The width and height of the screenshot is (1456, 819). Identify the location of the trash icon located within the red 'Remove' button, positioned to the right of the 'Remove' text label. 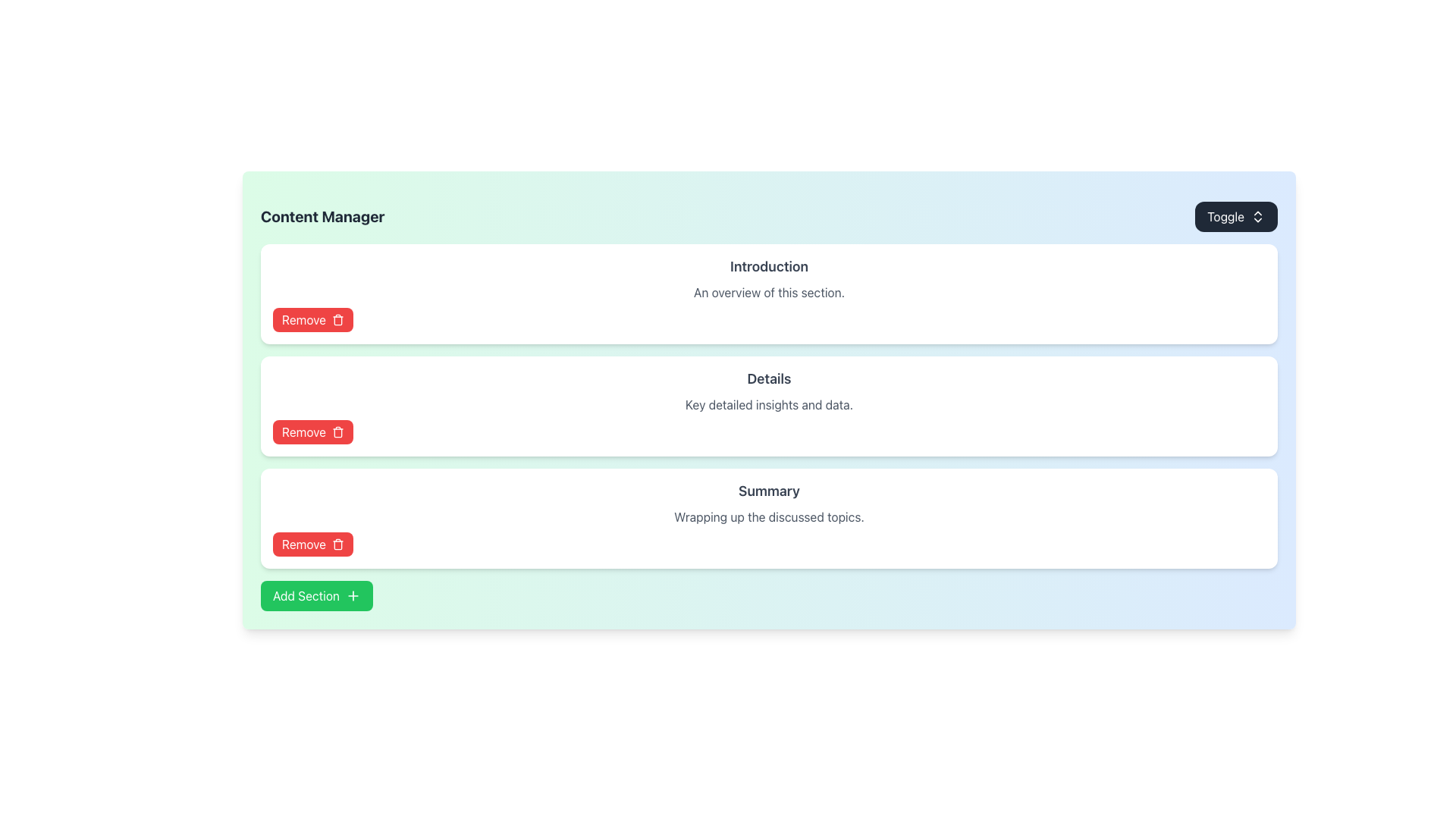
(337, 318).